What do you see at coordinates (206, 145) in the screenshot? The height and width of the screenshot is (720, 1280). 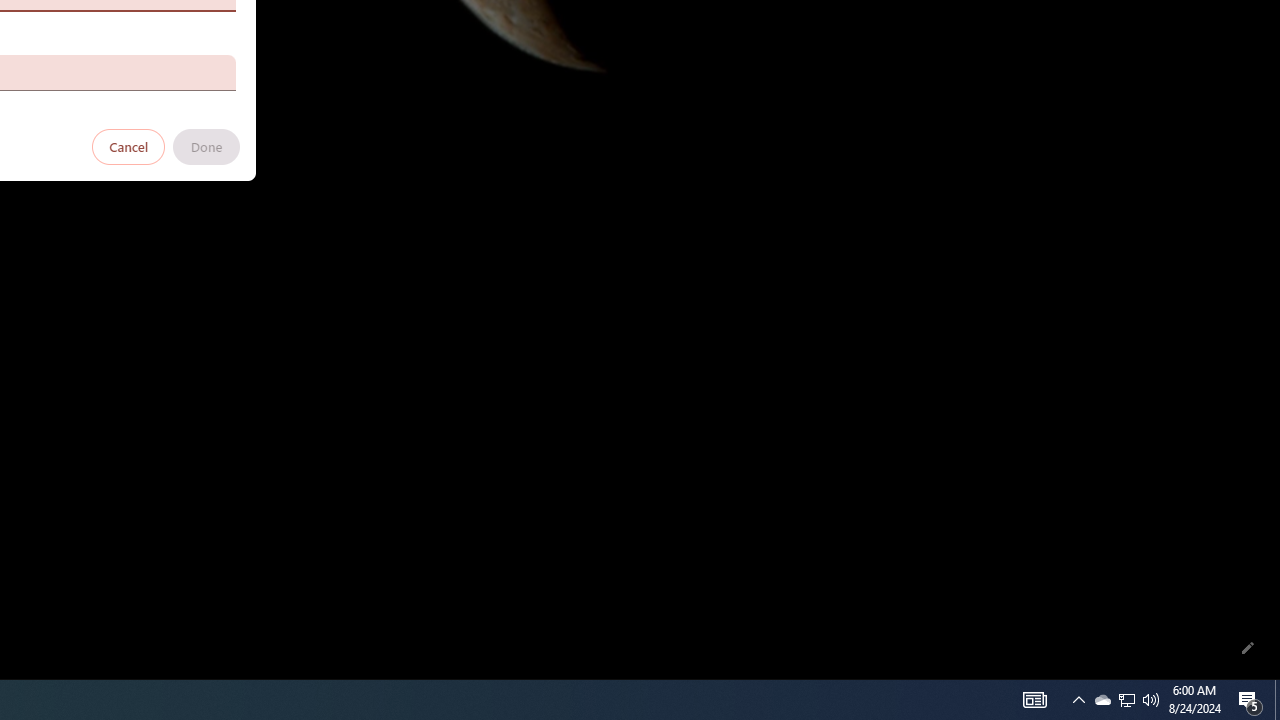 I see `'Done'` at bounding box center [206, 145].